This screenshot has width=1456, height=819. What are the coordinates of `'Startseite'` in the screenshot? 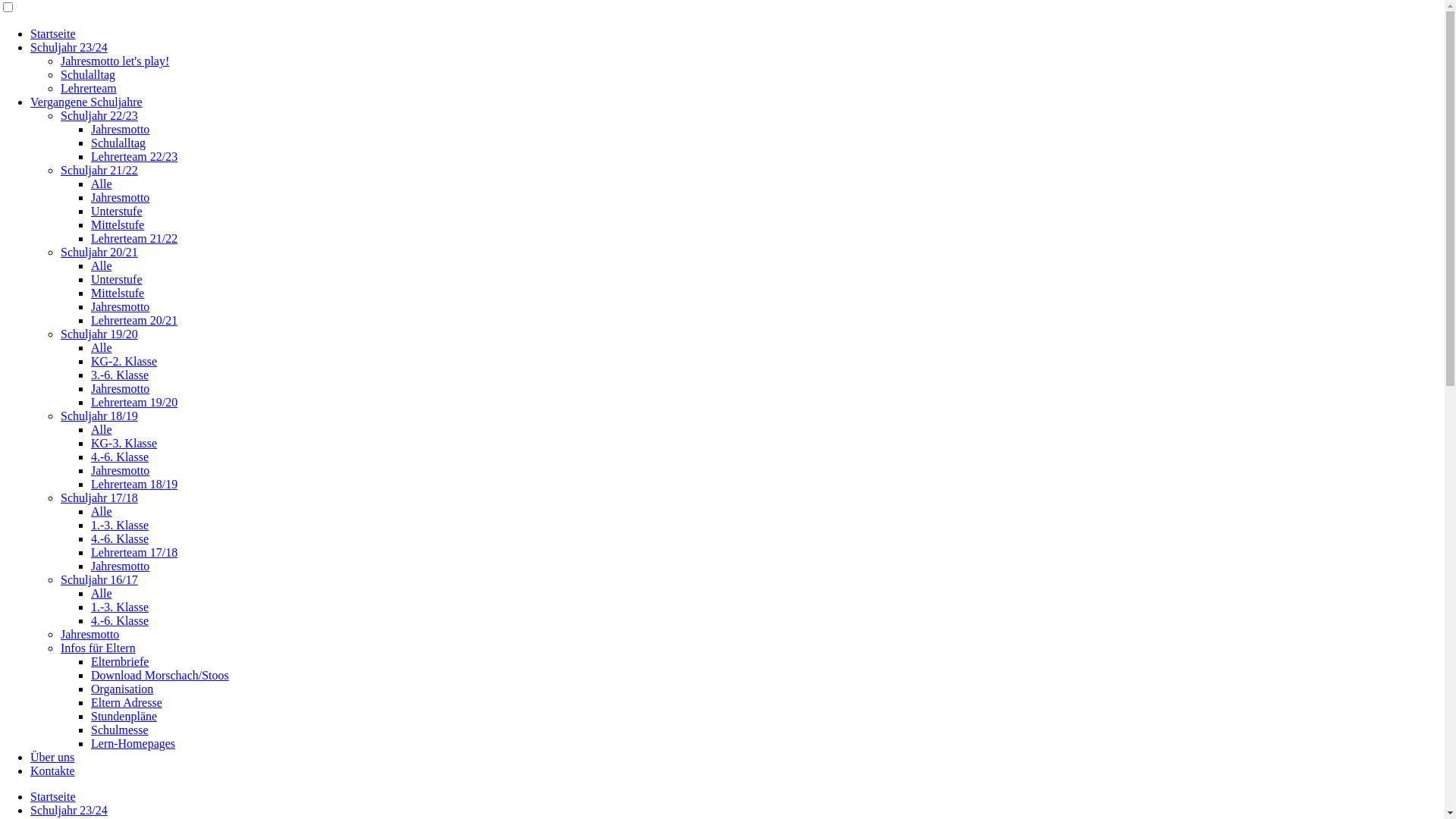 It's located at (53, 795).